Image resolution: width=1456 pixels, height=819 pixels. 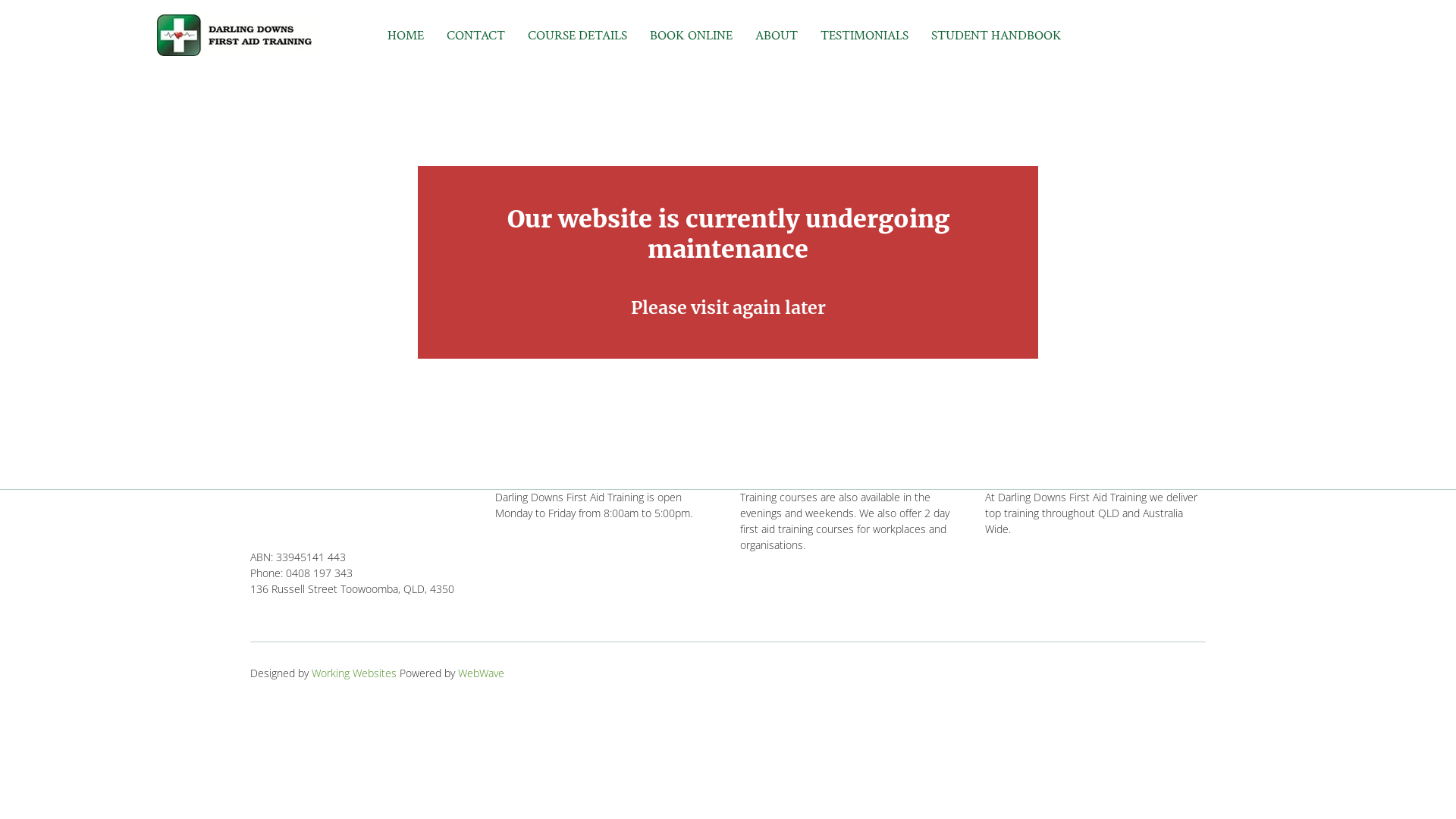 What do you see at coordinates (864, 34) in the screenshot?
I see `'TESTIMONIALS'` at bounding box center [864, 34].